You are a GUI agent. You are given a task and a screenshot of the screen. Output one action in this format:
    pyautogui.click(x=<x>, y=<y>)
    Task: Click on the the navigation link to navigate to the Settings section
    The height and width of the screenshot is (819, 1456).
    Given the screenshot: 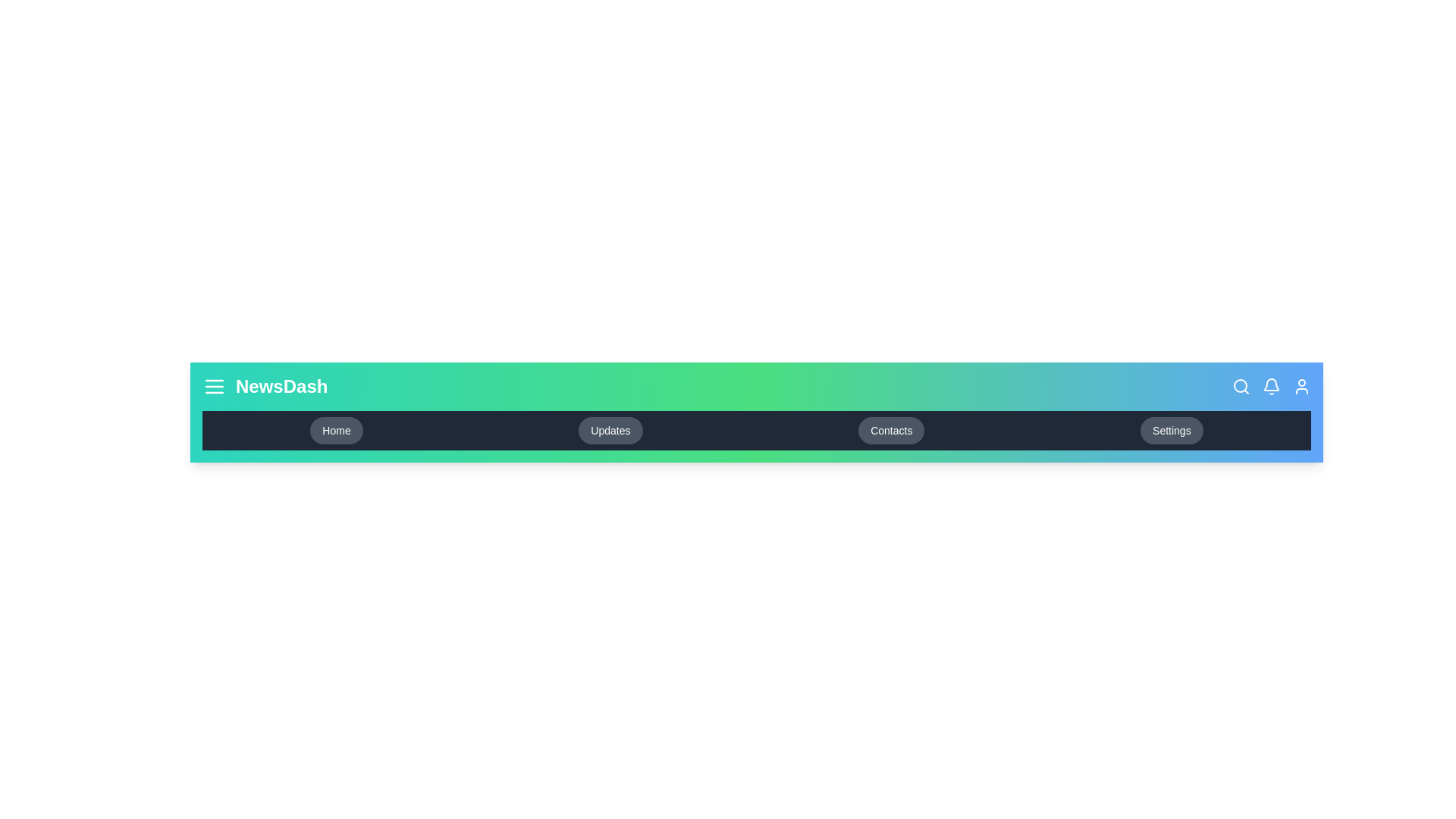 What is the action you would take?
    pyautogui.click(x=1171, y=430)
    